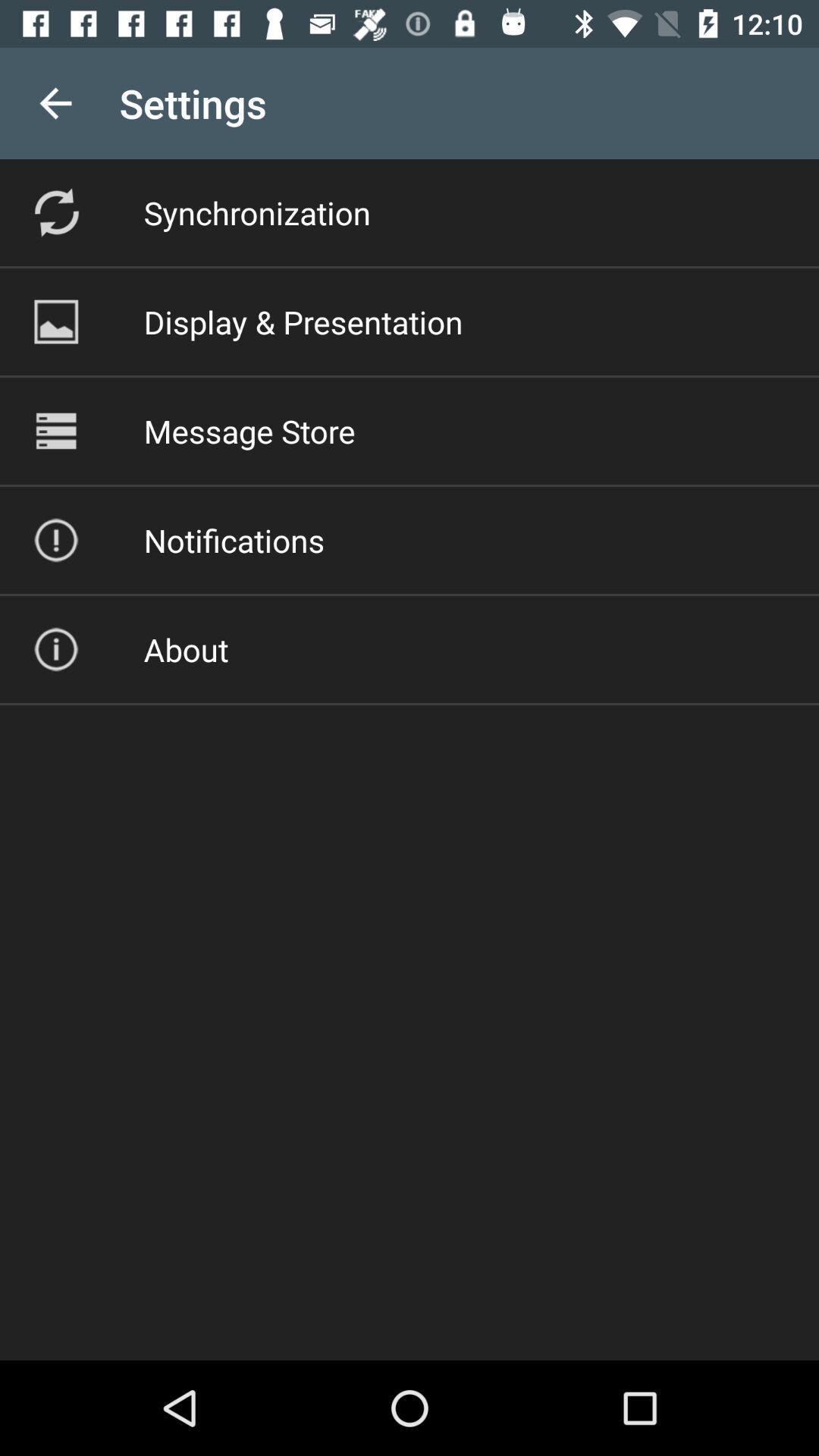 Image resolution: width=819 pixels, height=1456 pixels. What do you see at coordinates (303, 321) in the screenshot?
I see `the icon below synchronization` at bounding box center [303, 321].